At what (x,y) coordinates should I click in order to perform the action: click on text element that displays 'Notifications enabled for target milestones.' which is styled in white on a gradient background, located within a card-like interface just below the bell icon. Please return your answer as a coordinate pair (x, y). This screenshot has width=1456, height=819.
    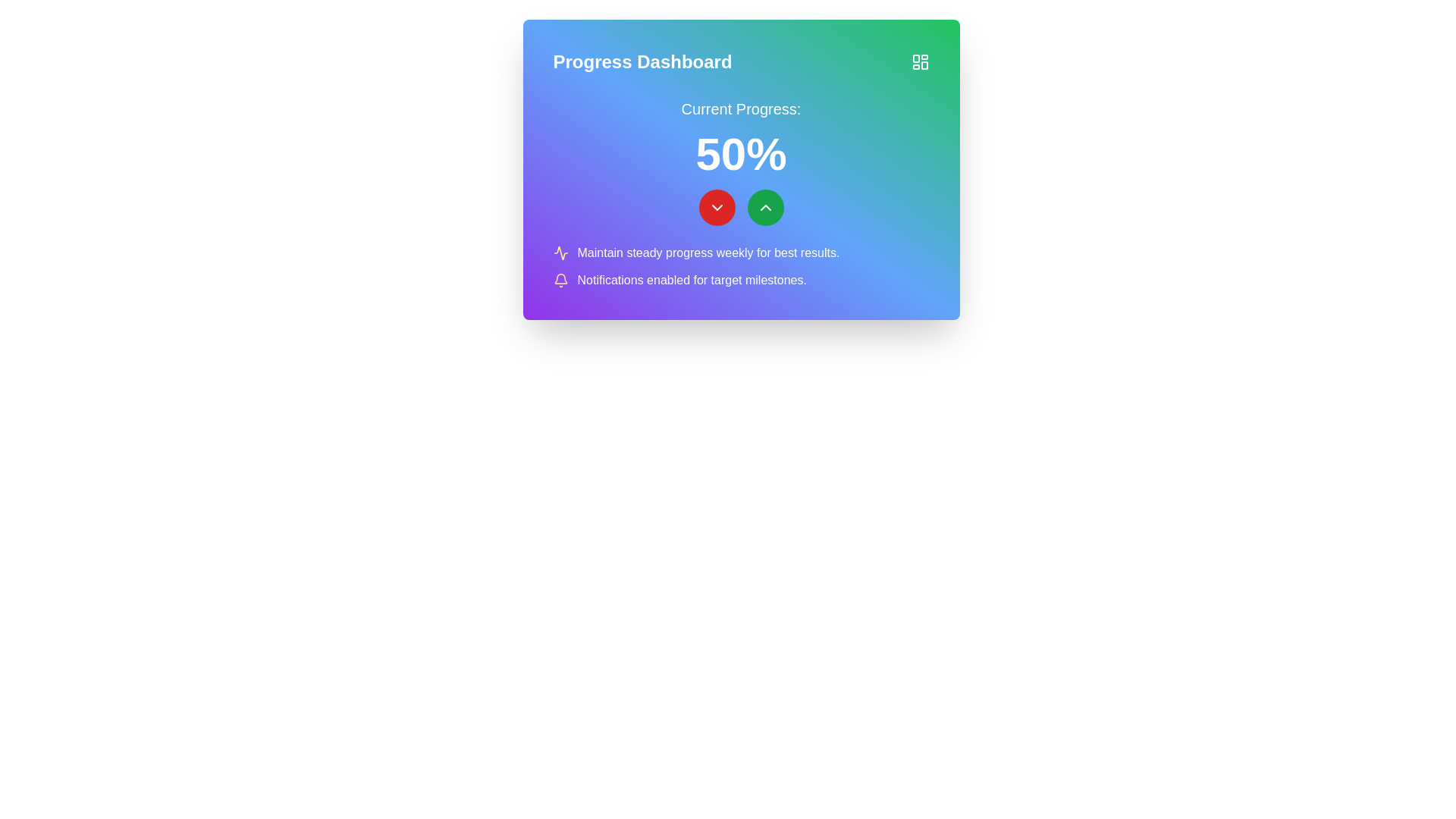
    Looking at the image, I should click on (691, 281).